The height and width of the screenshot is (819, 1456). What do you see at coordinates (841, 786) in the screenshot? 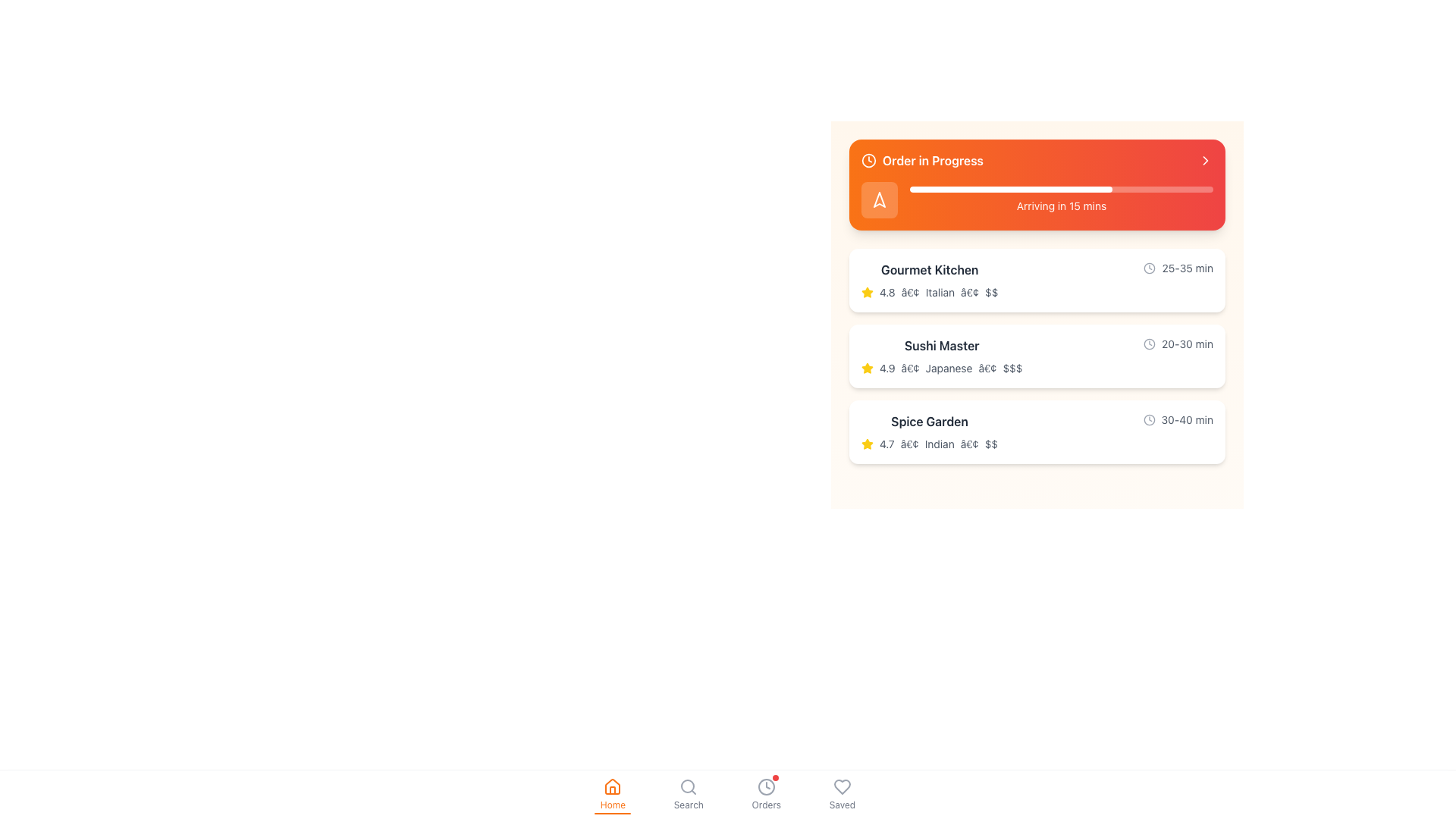
I see `the heart icon in the bottom navigation bar` at bounding box center [841, 786].